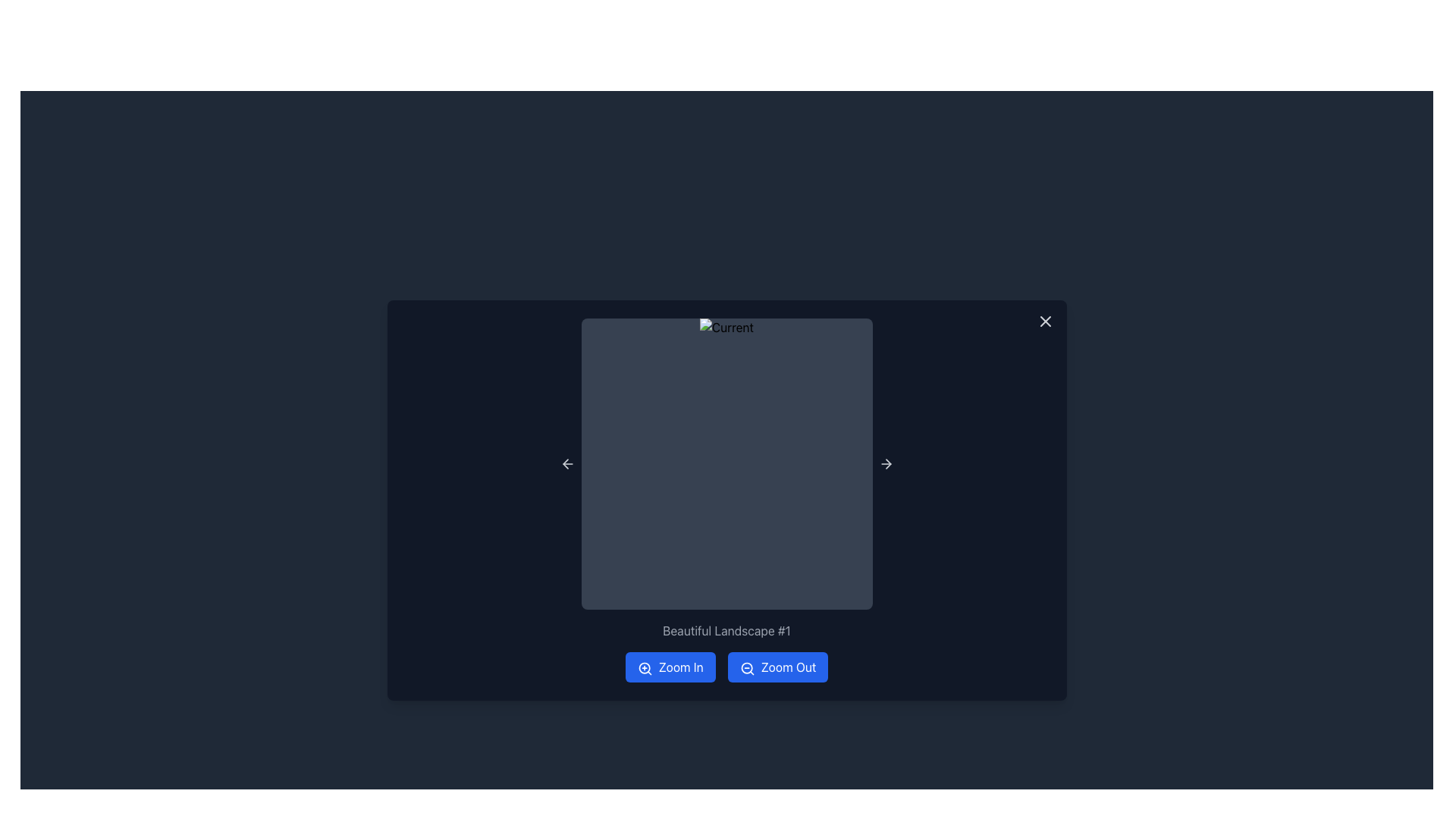 This screenshot has width=1456, height=819. What do you see at coordinates (778, 666) in the screenshot?
I see `the 'Zoom Out' button located to the right of the 'Zoom In' button at the bottom of the interface` at bounding box center [778, 666].